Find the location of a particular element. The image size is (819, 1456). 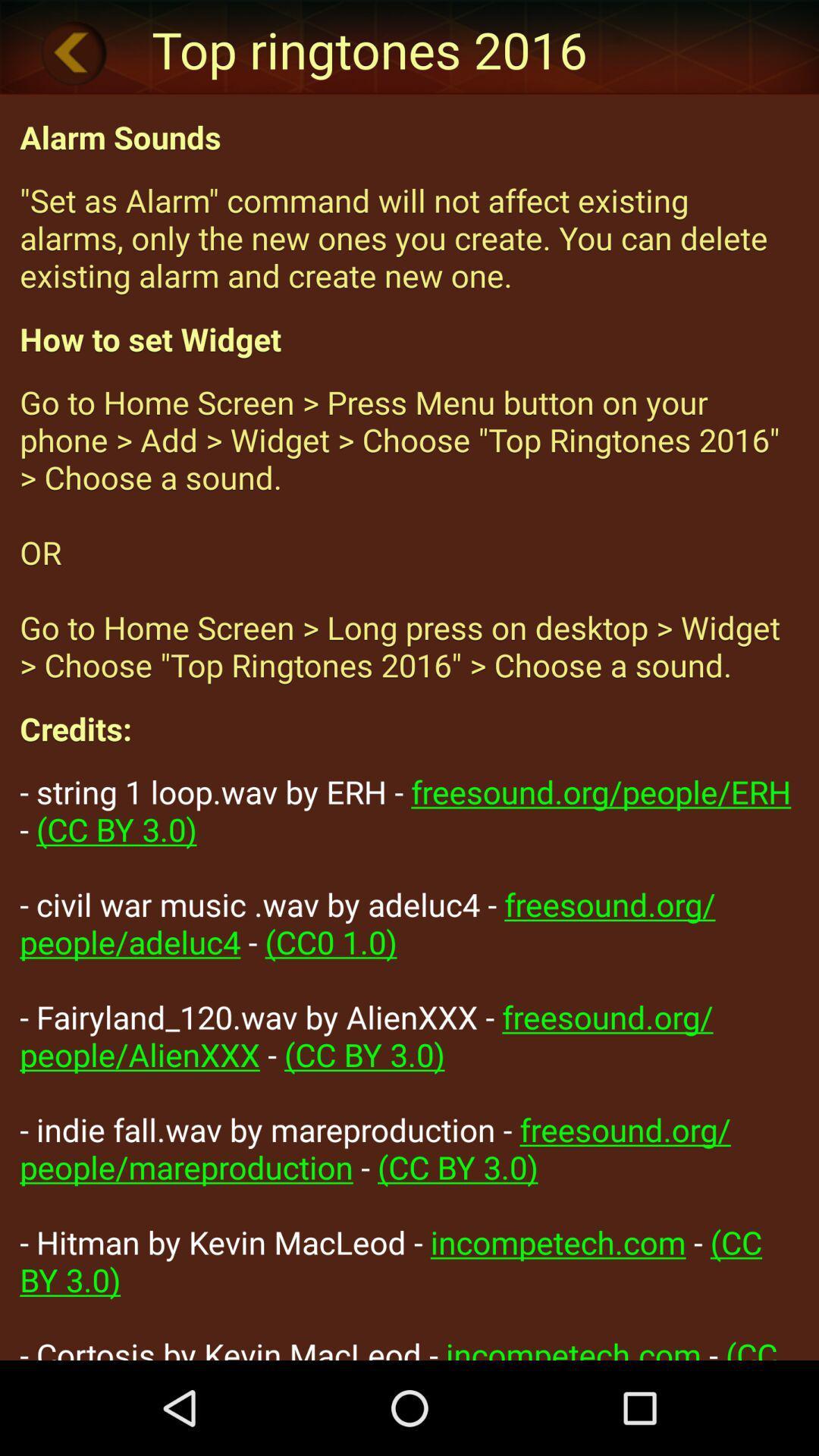

the string 1 loop item is located at coordinates (409, 1064).